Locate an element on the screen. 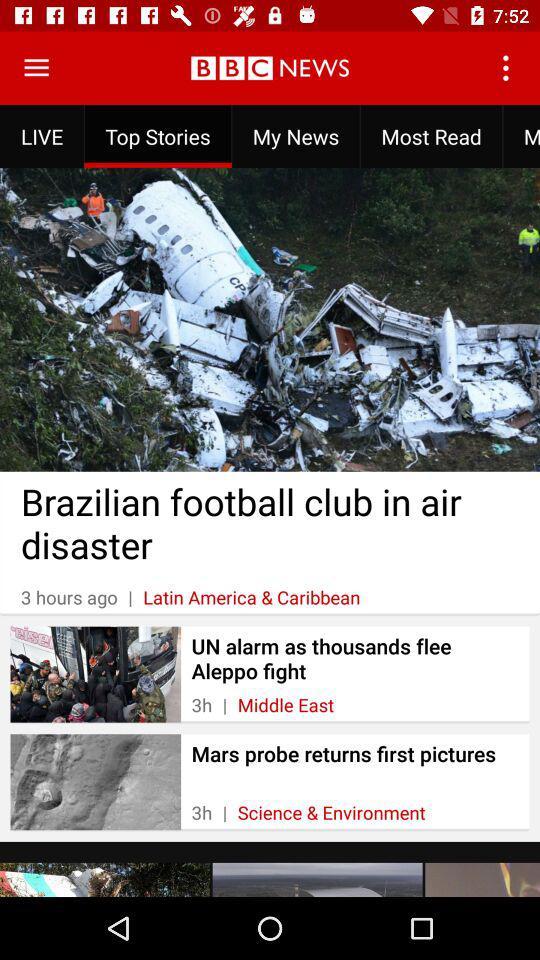  display menu options is located at coordinates (36, 68).